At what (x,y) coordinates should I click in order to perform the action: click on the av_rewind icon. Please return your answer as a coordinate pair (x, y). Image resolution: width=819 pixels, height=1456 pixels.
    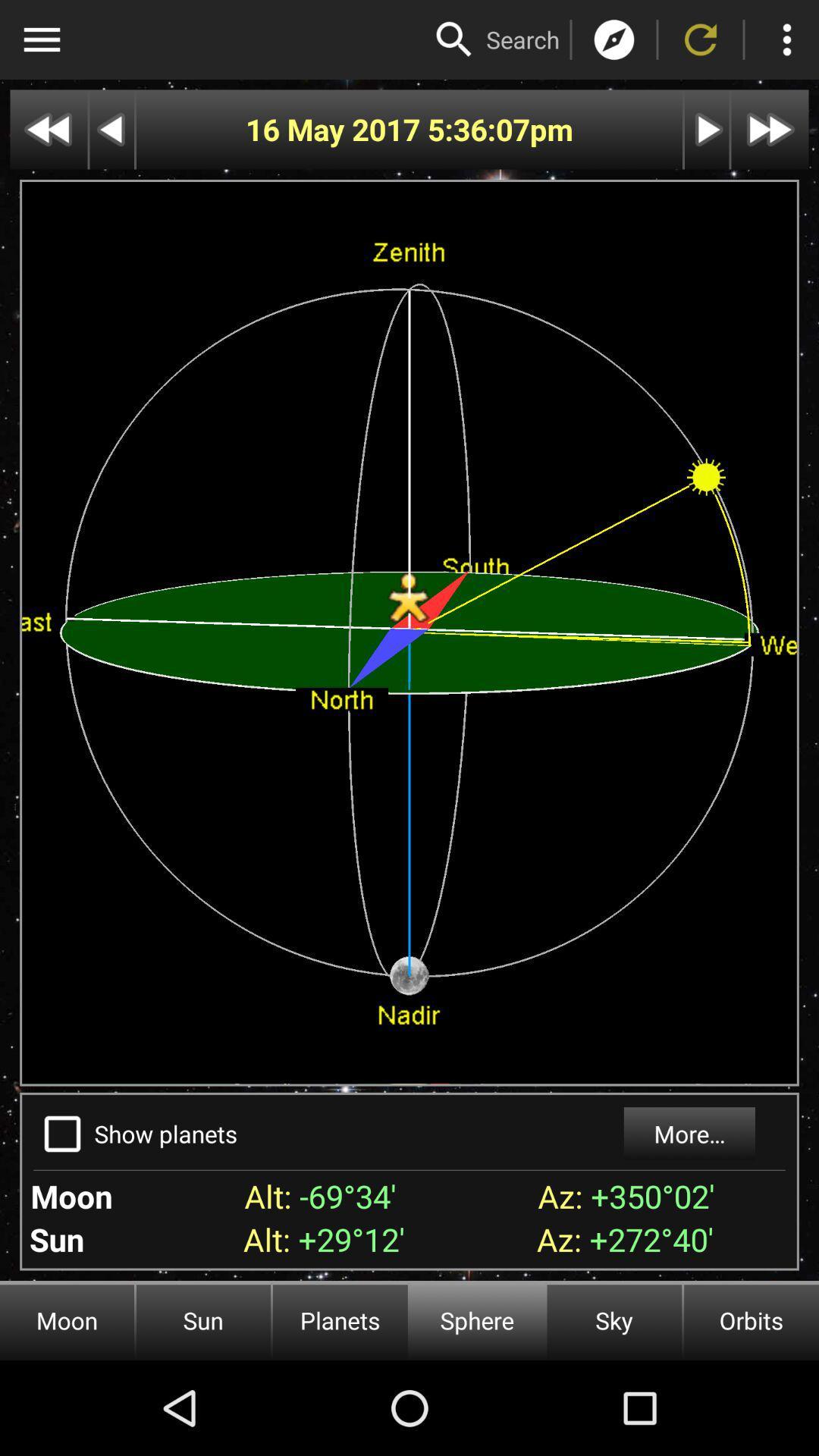
    Looking at the image, I should click on (48, 130).